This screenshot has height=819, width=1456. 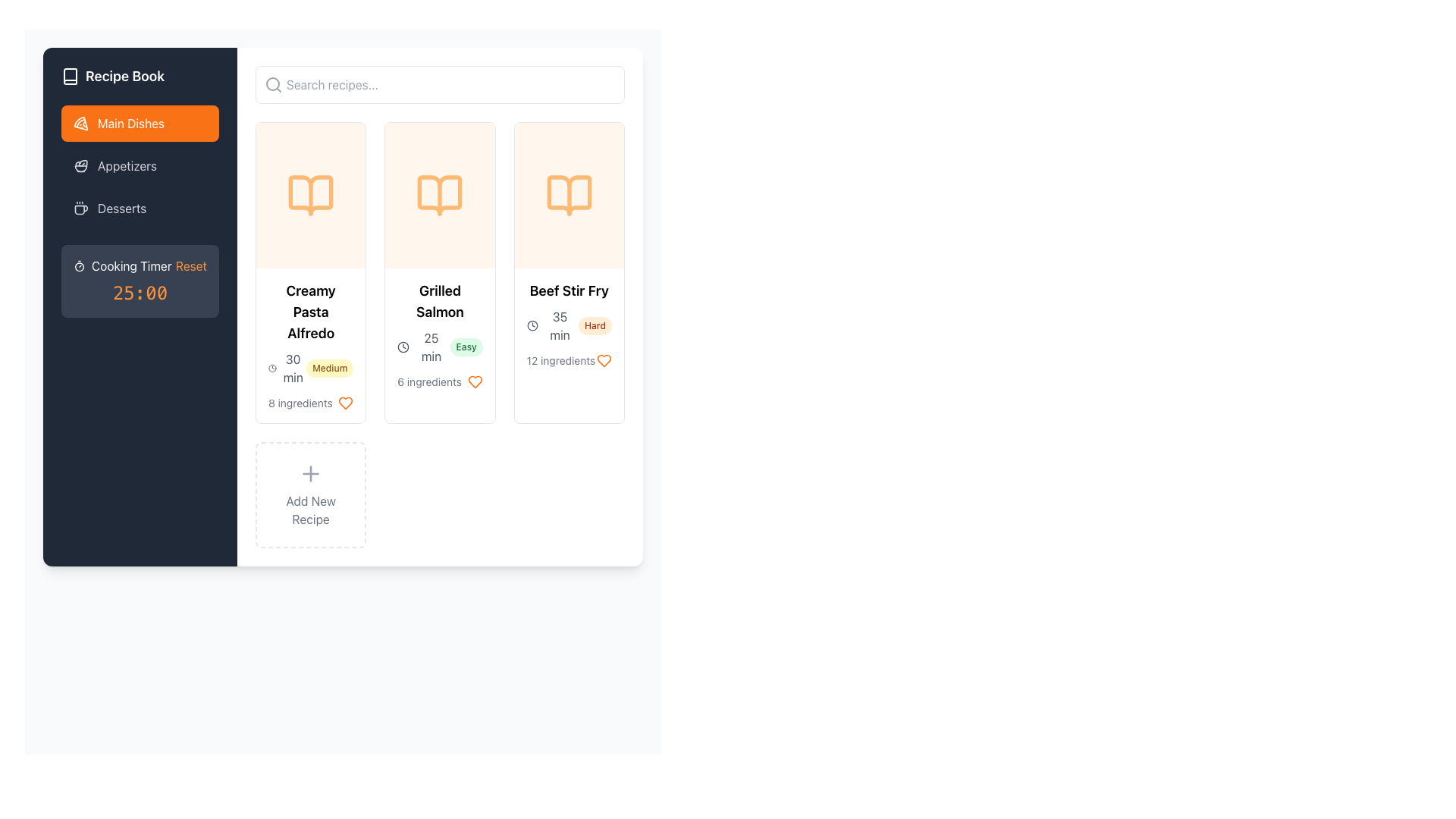 What do you see at coordinates (439, 347) in the screenshot?
I see `the informational text element that displays the preparation time ('25 min') and difficulty level ('Easy') for the 'Grilled Salmon' recipe, located in the middle of the three recipe tiles` at bounding box center [439, 347].